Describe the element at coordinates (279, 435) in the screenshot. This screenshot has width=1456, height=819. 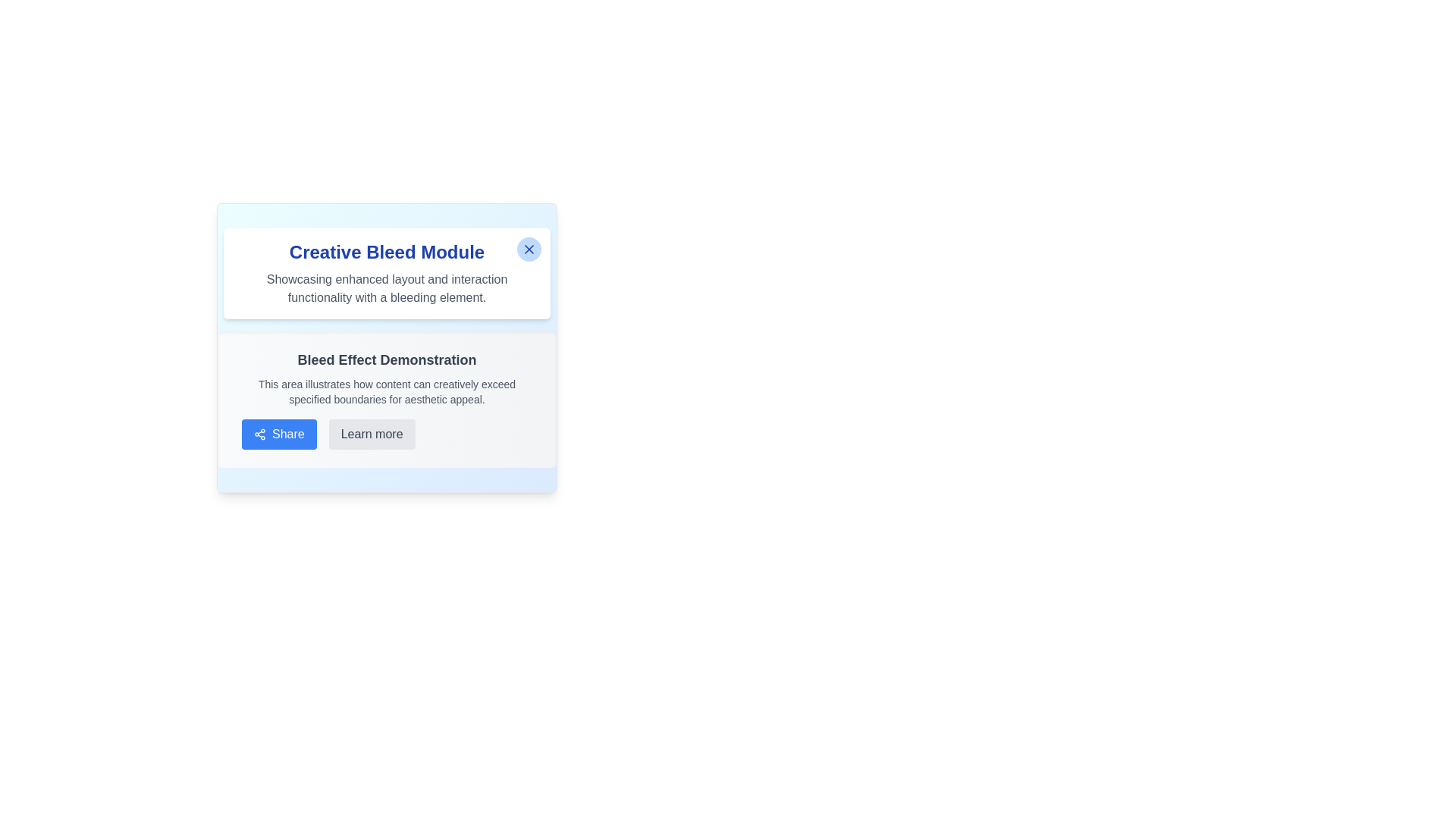
I see `the 'Share' button, which is a rectangular button with rounded edges, blue background, and white text, to observe the hover effect` at that location.